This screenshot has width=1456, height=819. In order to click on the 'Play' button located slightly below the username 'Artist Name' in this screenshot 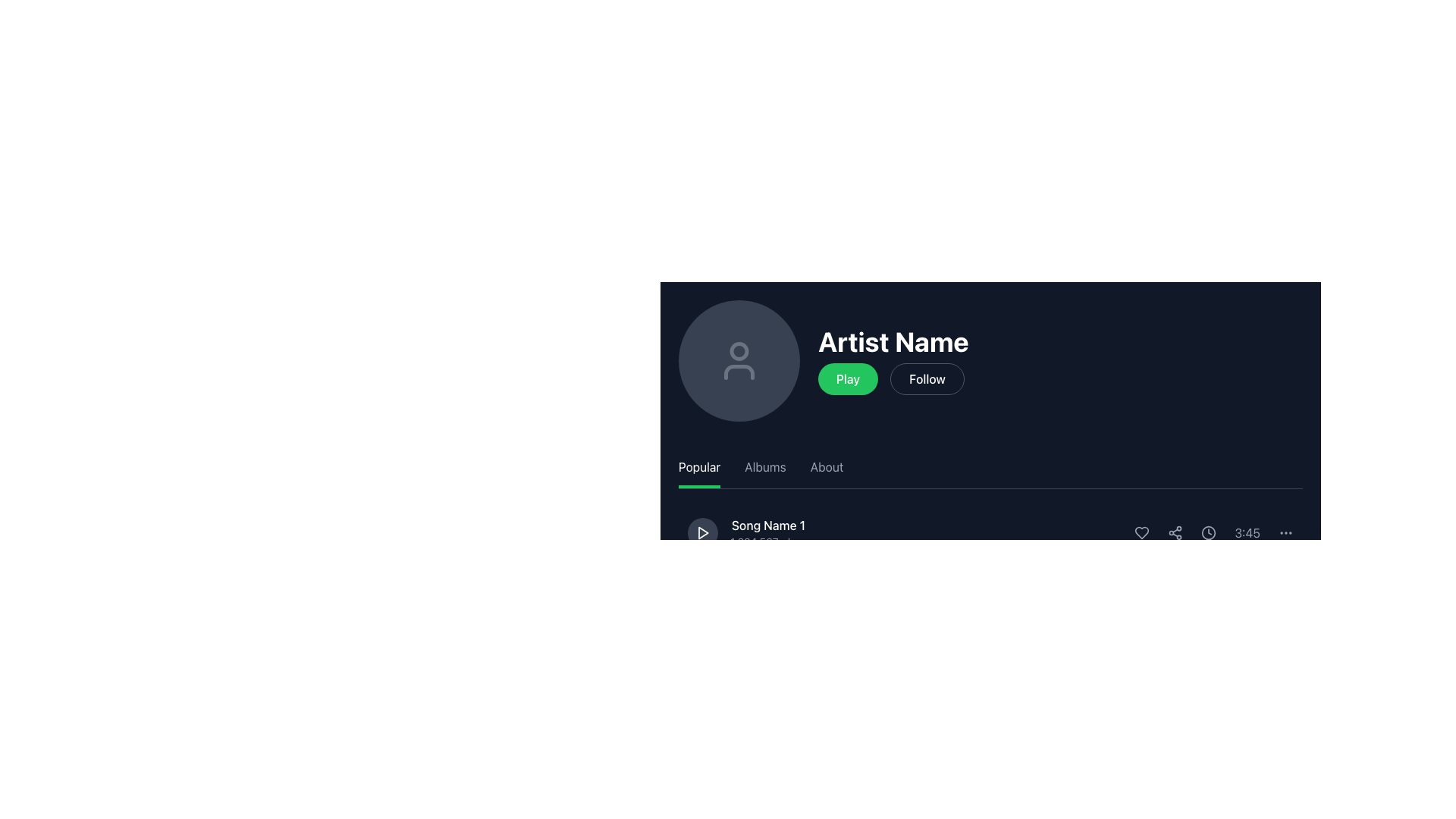, I will do `click(847, 378)`.